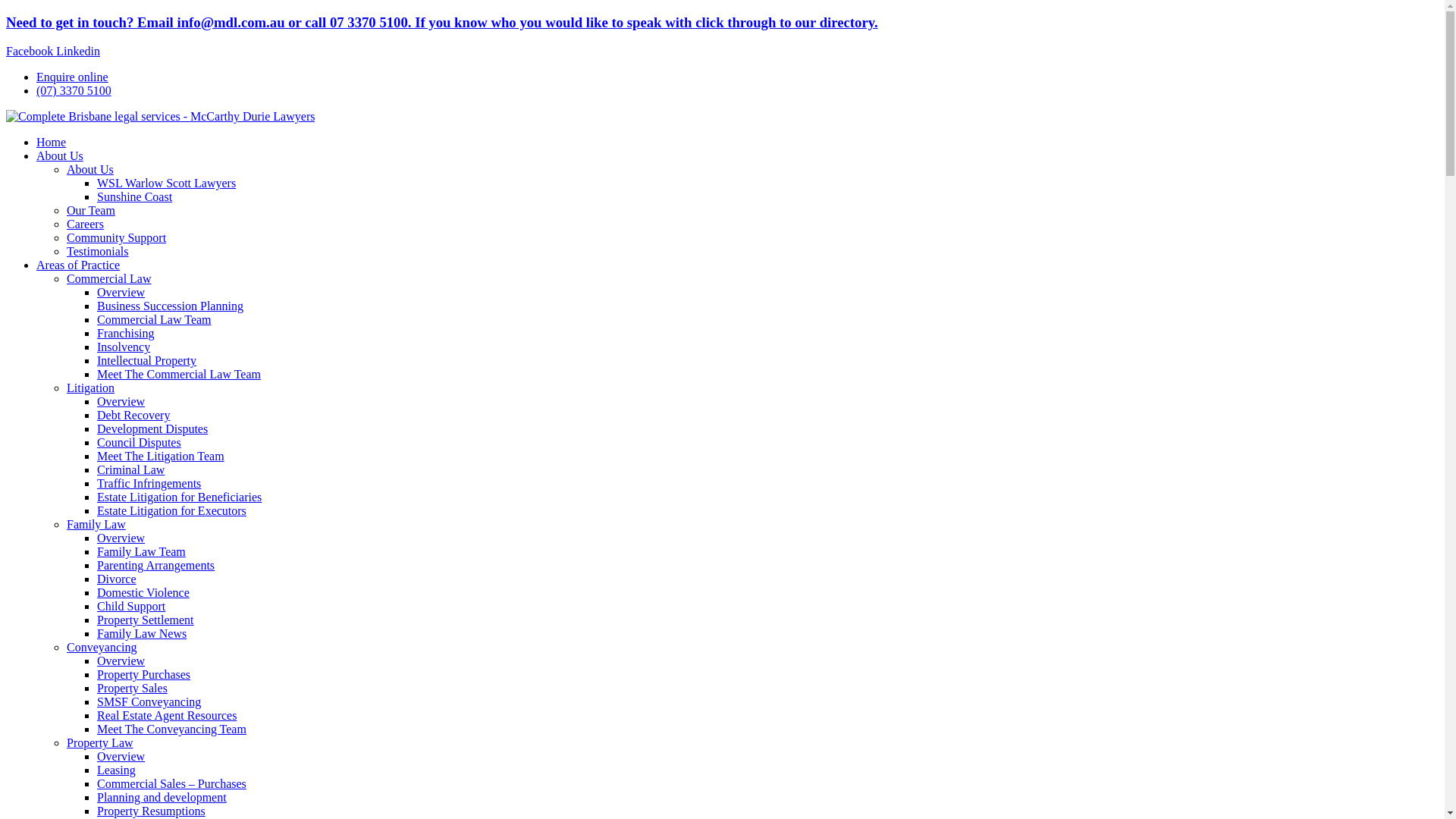 Image resolution: width=1456 pixels, height=819 pixels. What do you see at coordinates (143, 591) in the screenshot?
I see `'Domestic Violence'` at bounding box center [143, 591].